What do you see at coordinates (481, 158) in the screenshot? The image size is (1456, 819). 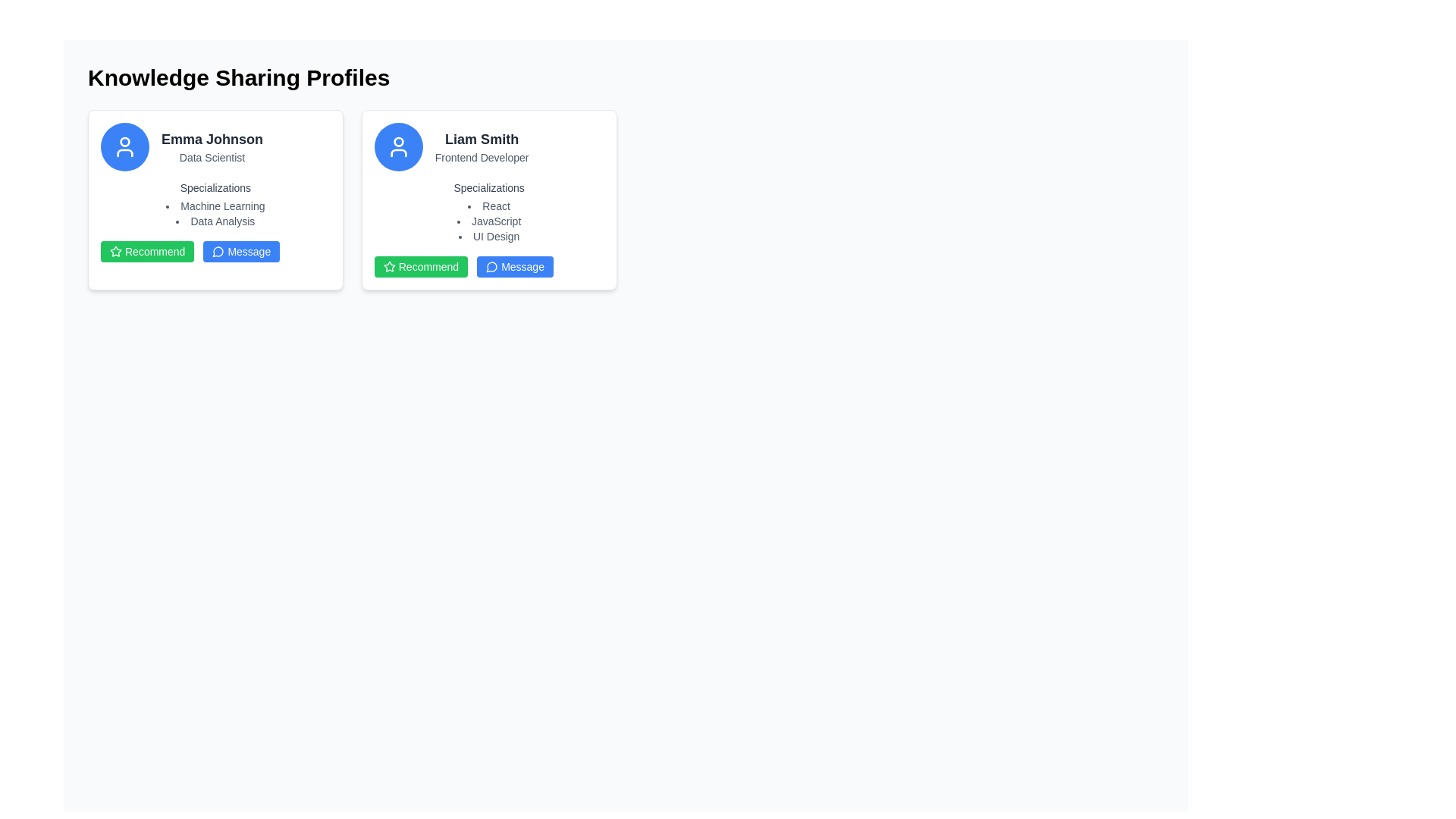 I see `the Static Text Label displaying 'Frontend Developer', which is located below 'Liam Smith' in the second profile card from the left` at bounding box center [481, 158].